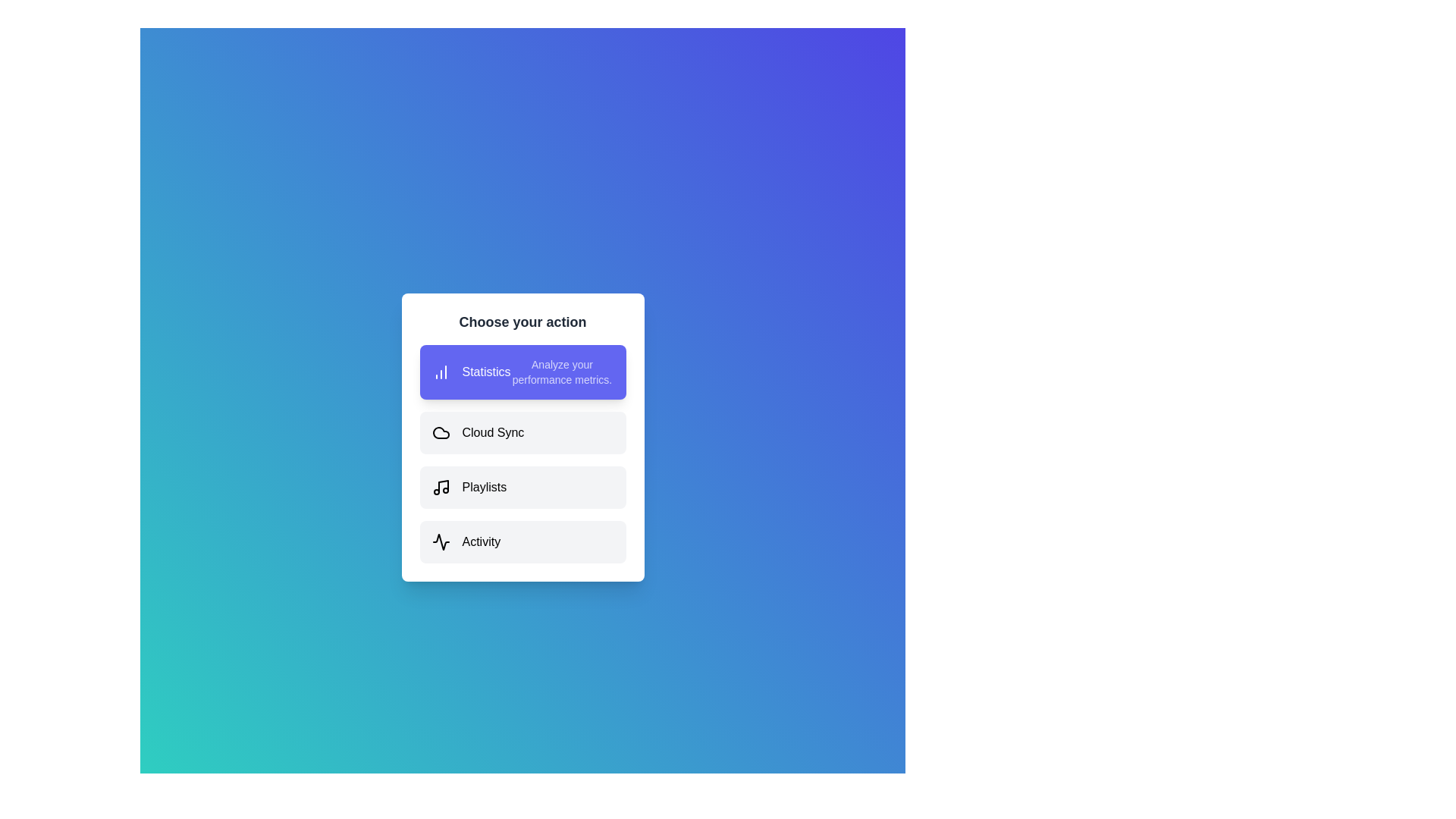 The image size is (1456, 819). What do you see at coordinates (522, 488) in the screenshot?
I see `the option Playlists to preview its description` at bounding box center [522, 488].